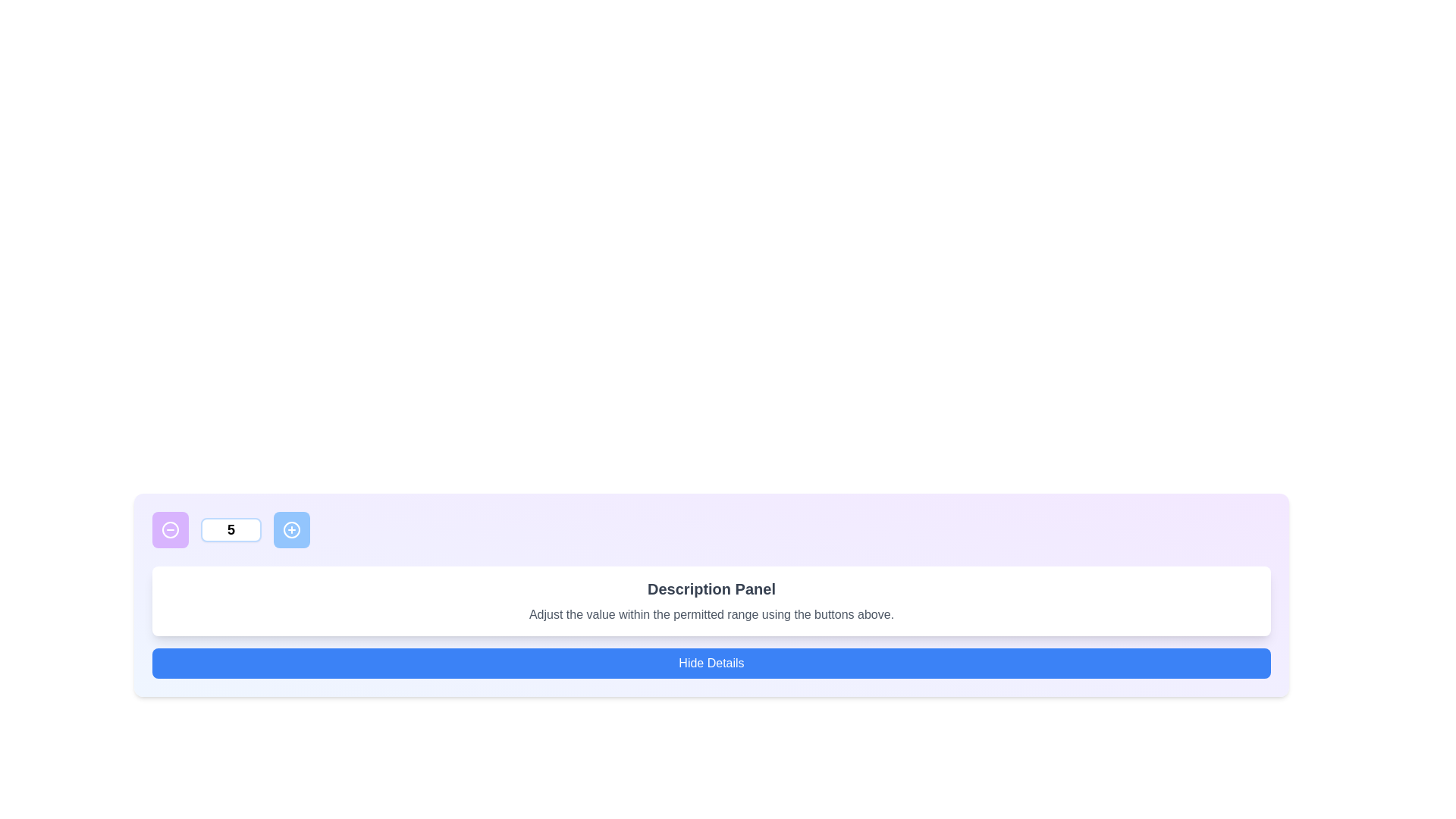 The image size is (1456, 819). I want to click on the circular blue button with a white plus icon at its center, located within a purple background bar, so click(291, 529).